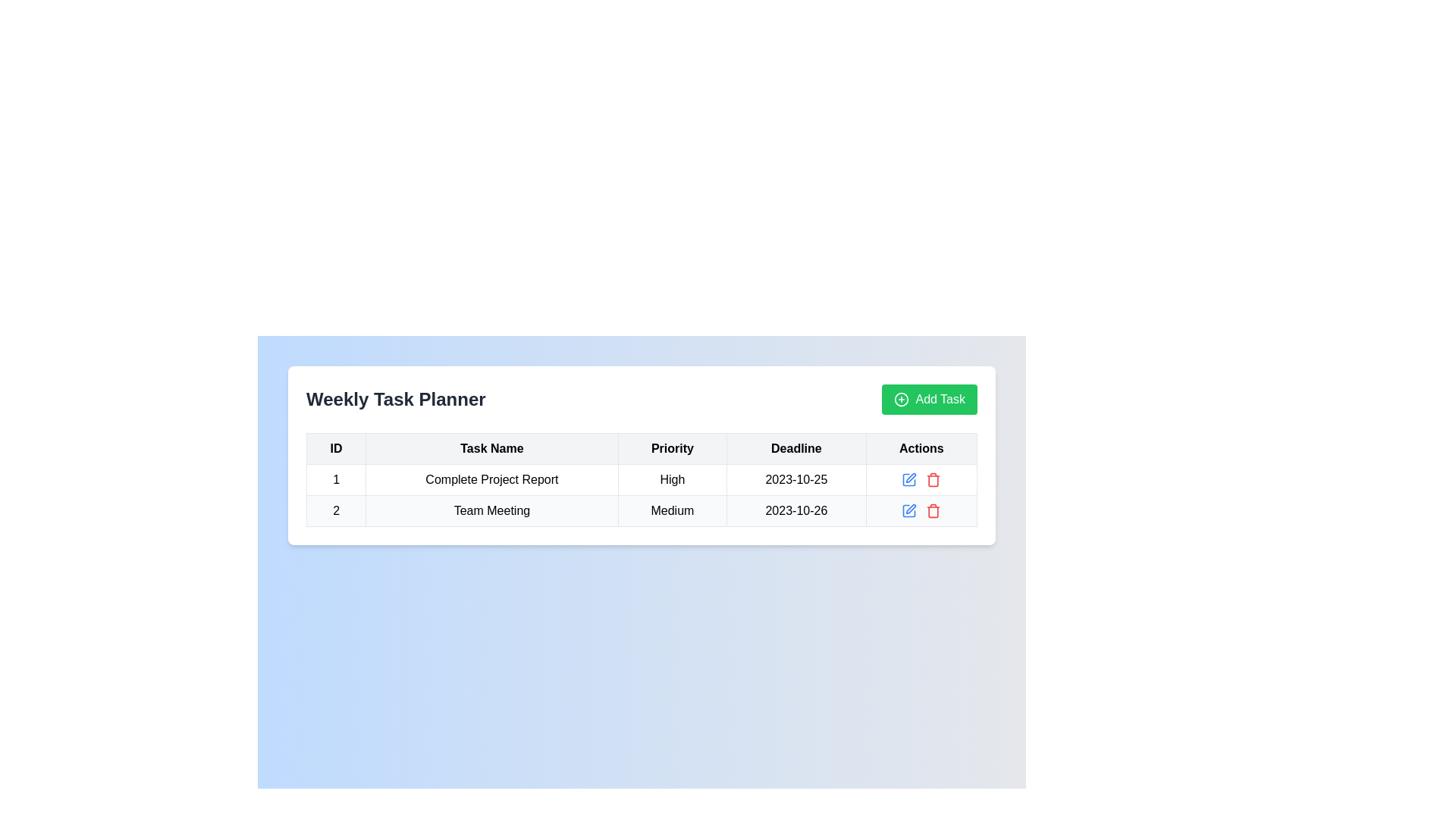 The width and height of the screenshot is (1456, 819). Describe the element at coordinates (909, 479) in the screenshot. I see `the square outline of the SVG icon located in the 'Actions' column of row labeled '1' to interact with the composite icon` at that location.